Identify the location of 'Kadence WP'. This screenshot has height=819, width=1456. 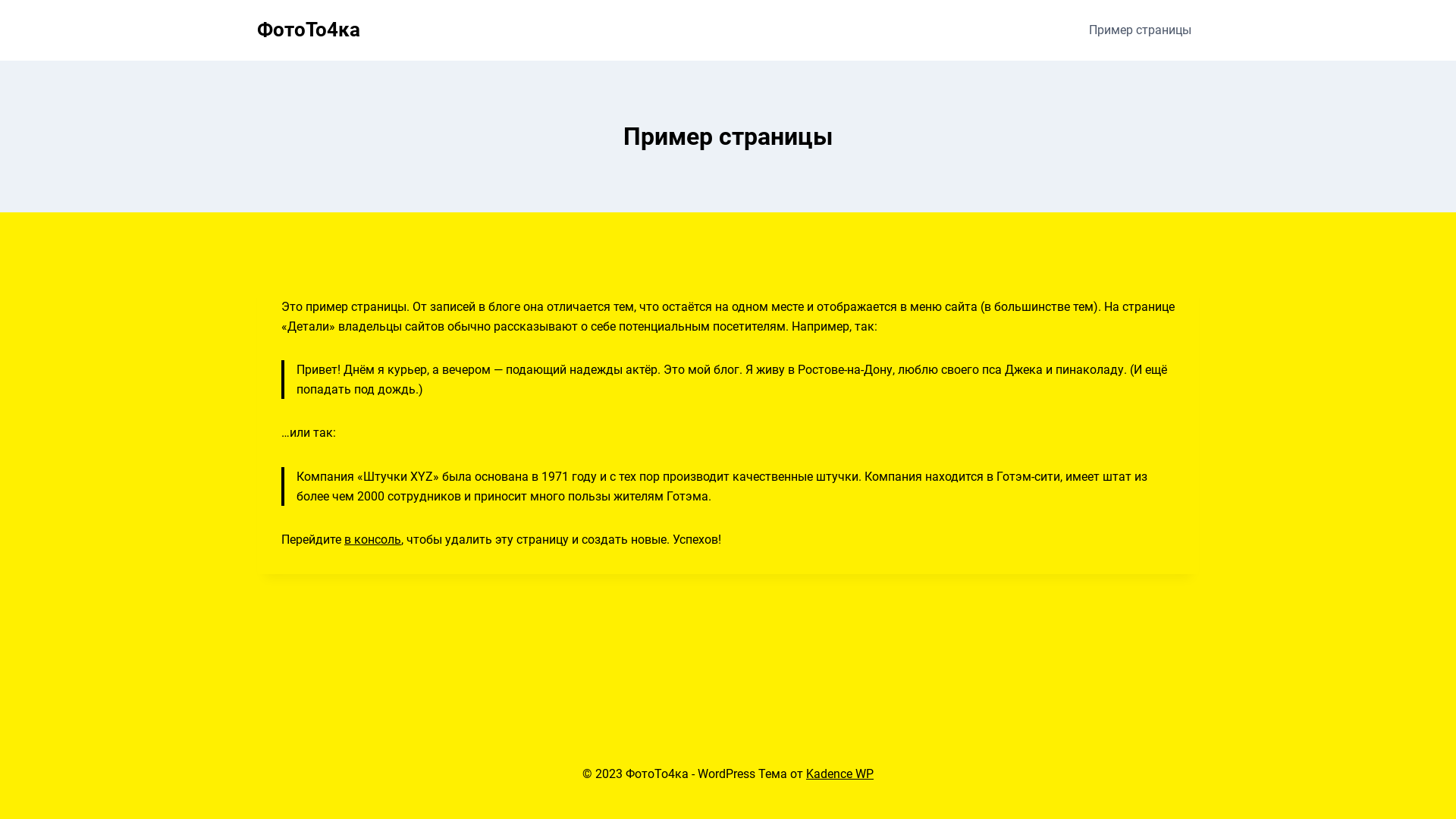
(839, 773).